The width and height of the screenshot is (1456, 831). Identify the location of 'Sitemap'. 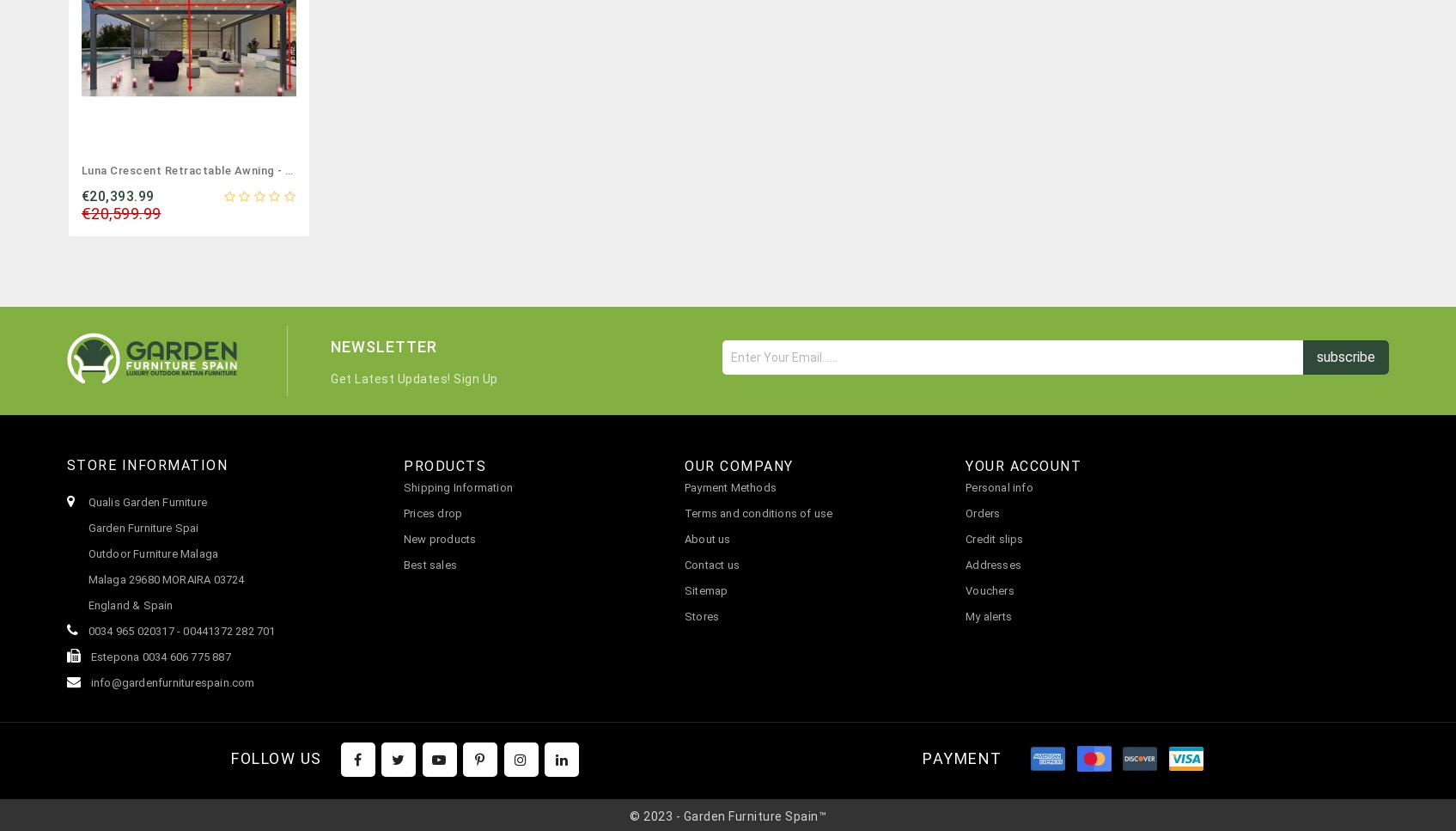
(706, 590).